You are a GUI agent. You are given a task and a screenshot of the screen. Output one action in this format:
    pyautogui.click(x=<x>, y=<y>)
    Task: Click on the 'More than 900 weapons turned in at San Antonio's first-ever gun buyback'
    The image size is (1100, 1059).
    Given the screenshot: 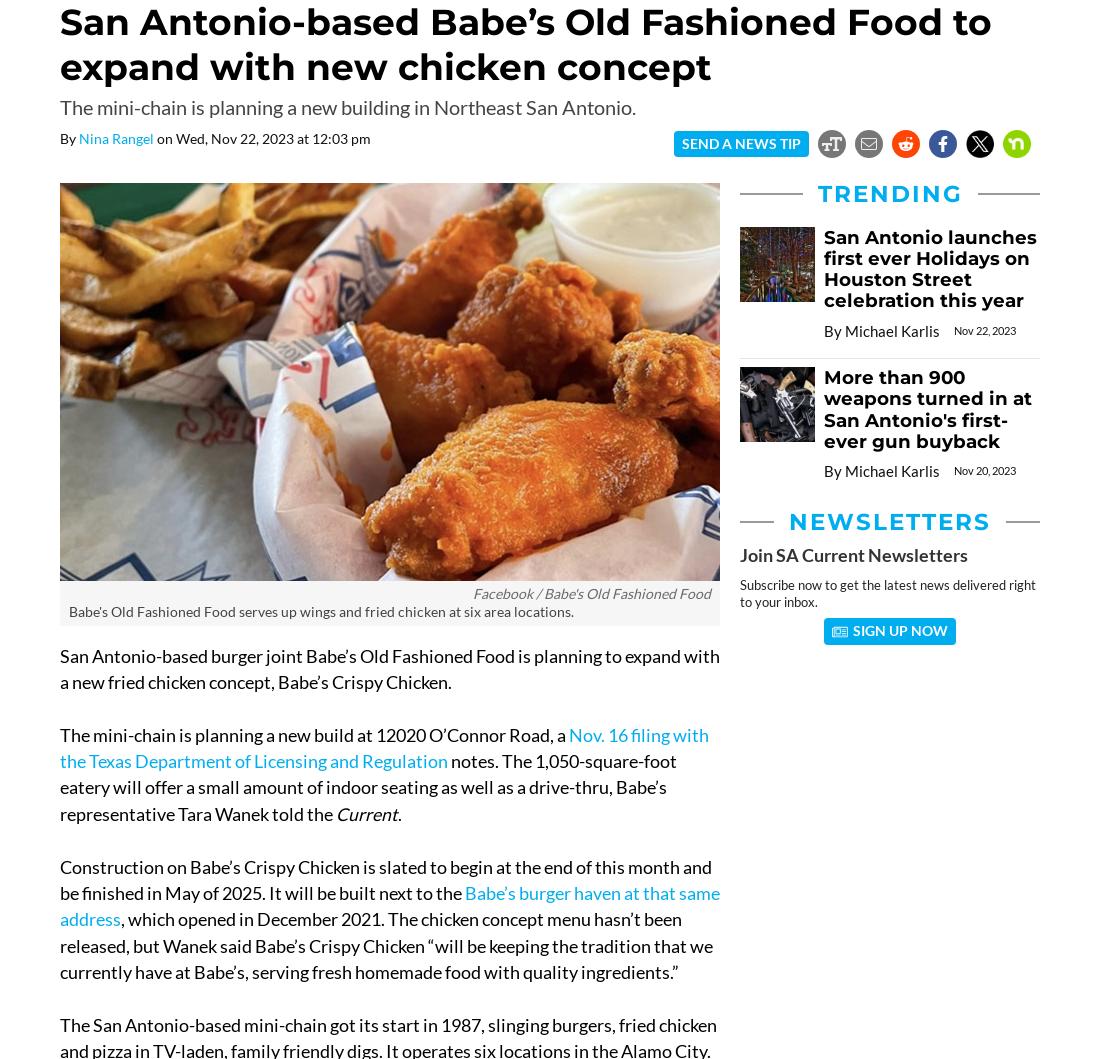 What is the action you would take?
    pyautogui.click(x=824, y=407)
    